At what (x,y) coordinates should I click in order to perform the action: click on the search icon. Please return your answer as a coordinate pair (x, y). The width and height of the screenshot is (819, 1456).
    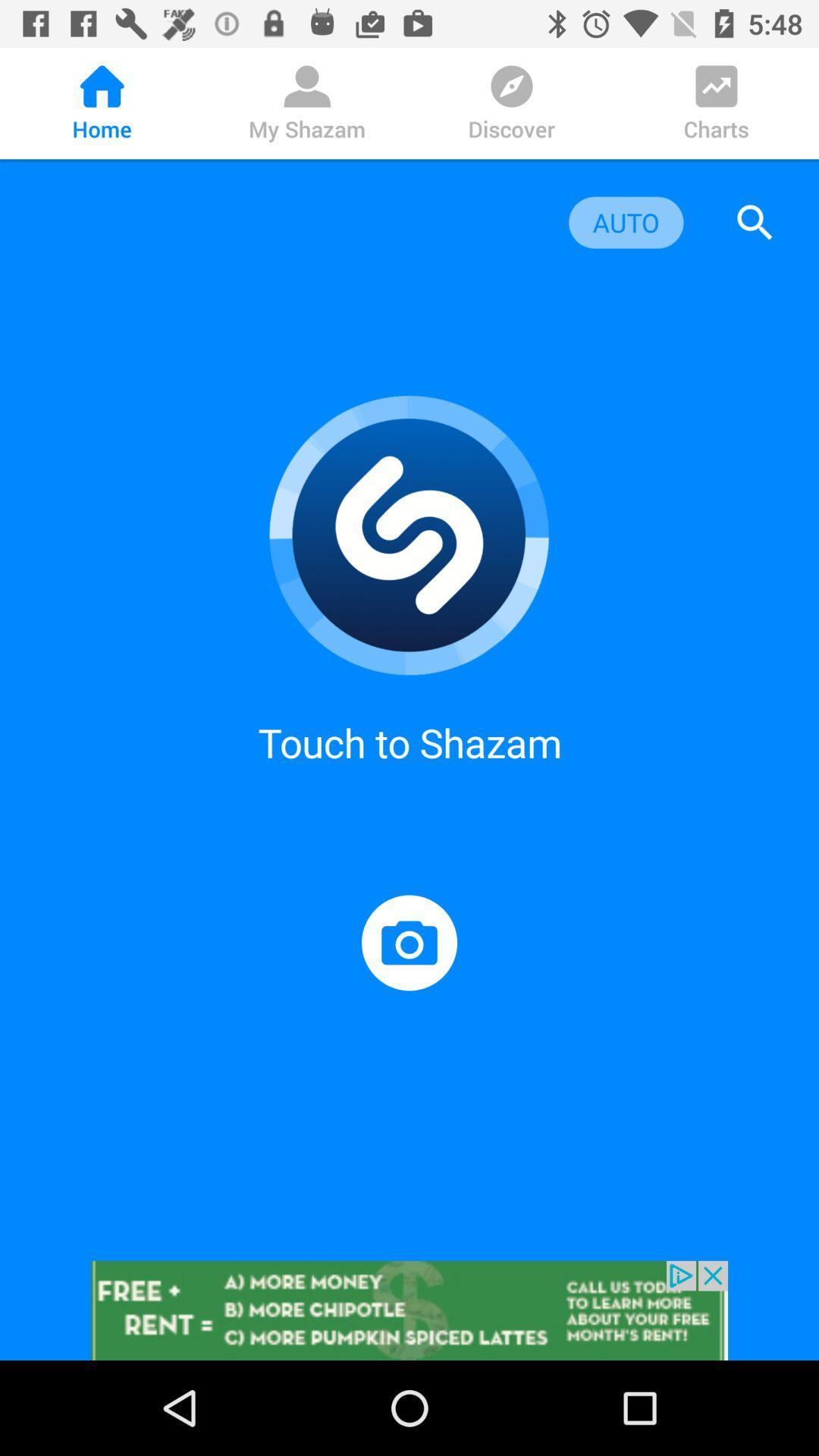
    Looking at the image, I should click on (755, 221).